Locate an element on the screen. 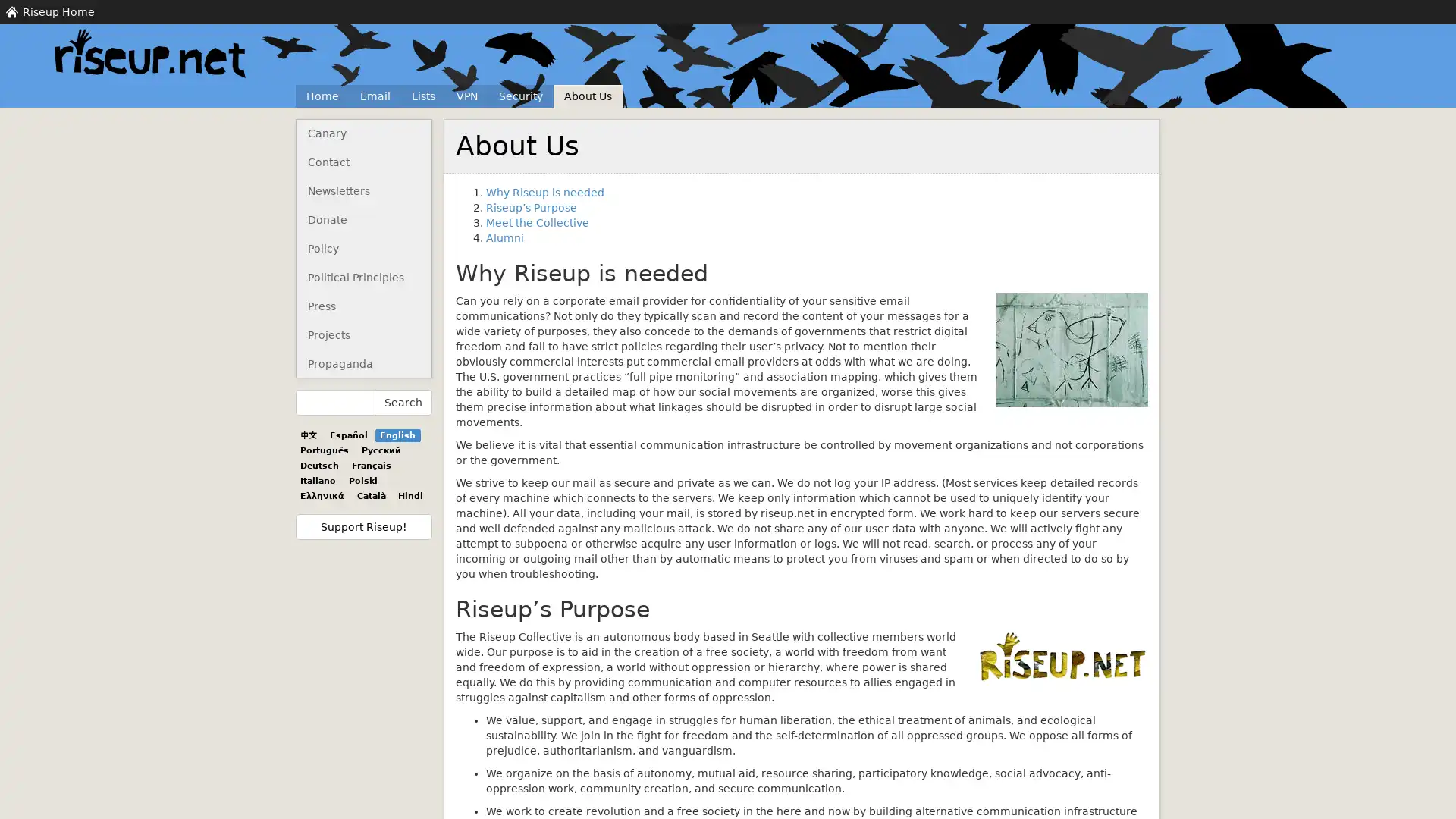 This screenshot has width=1456, height=819. Search is located at coordinates (403, 402).